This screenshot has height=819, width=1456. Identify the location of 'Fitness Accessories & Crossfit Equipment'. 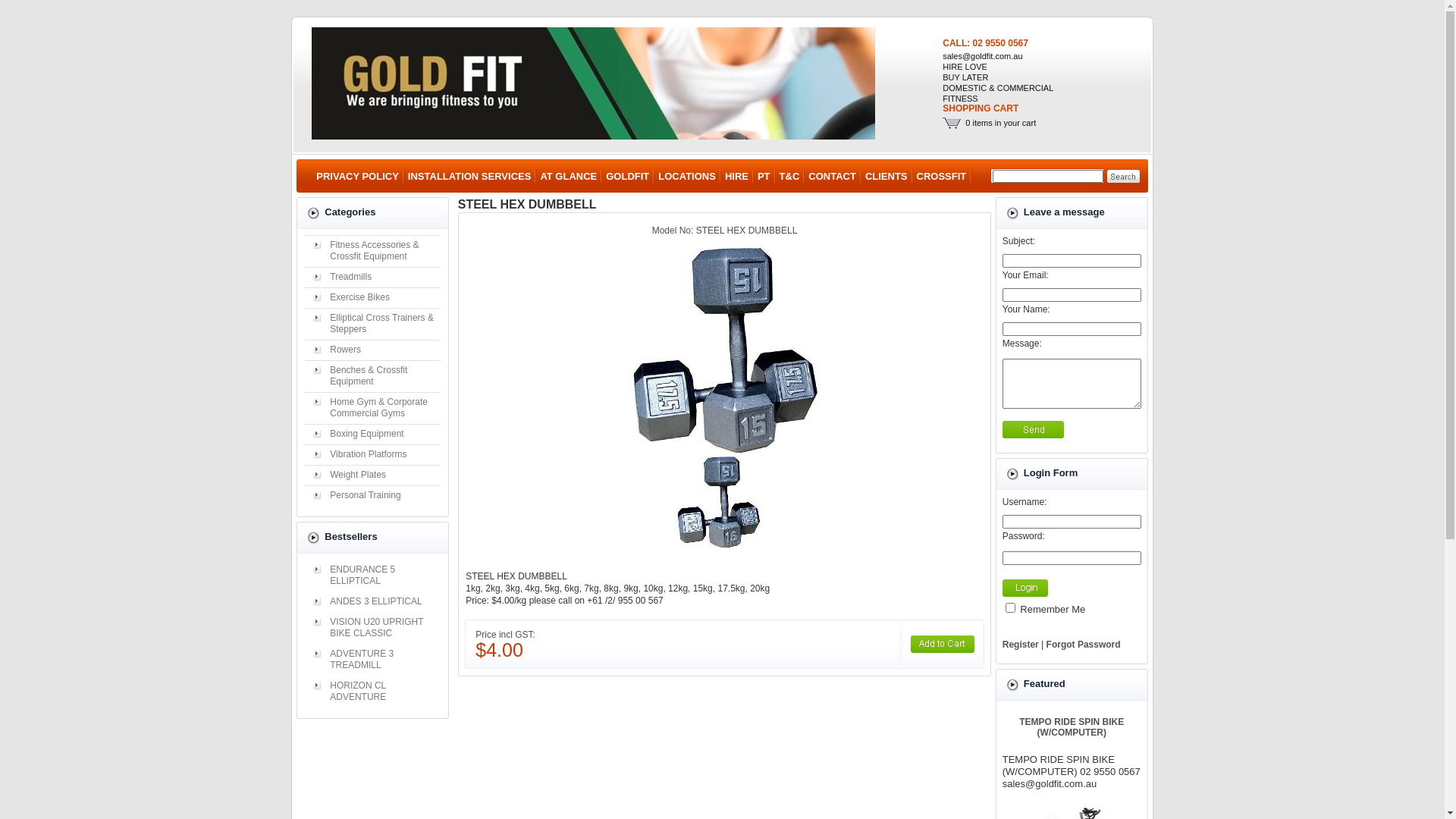
(372, 250).